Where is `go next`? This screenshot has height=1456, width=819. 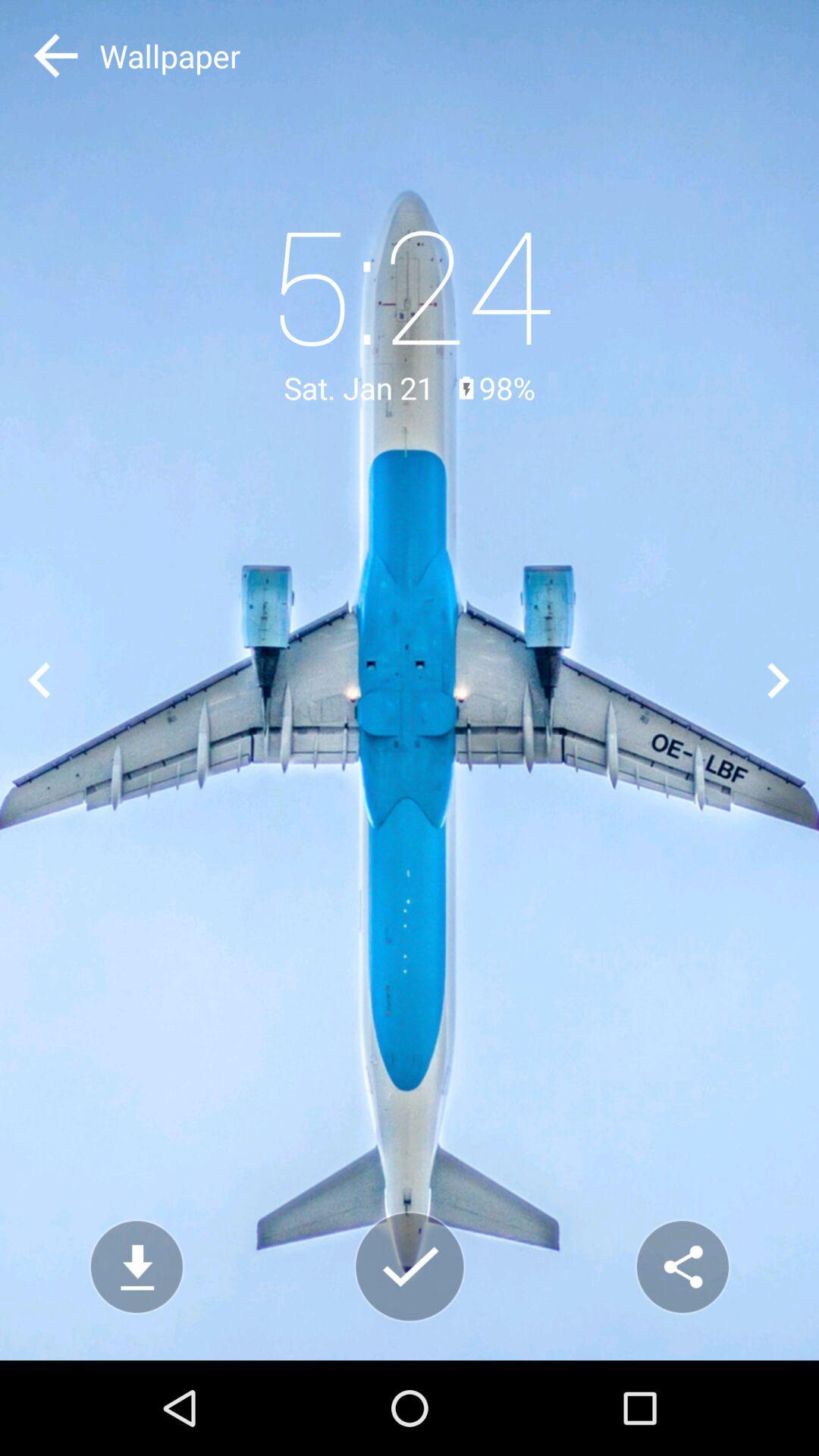
go next is located at coordinates (779, 679).